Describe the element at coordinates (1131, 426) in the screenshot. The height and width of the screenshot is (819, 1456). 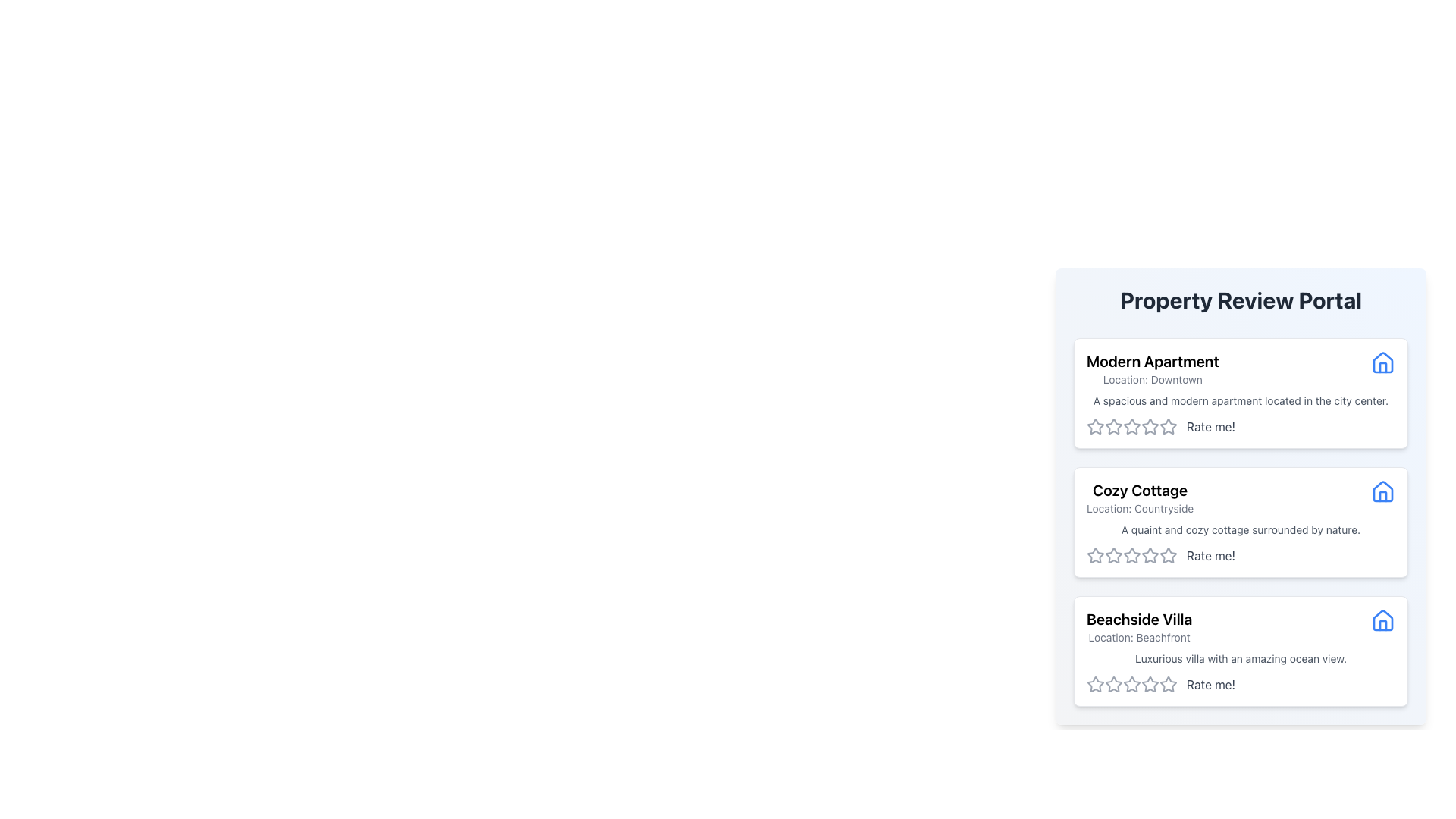
I see `the second star icon in the rating control, which is styled in gray and has a hollow center` at that location.